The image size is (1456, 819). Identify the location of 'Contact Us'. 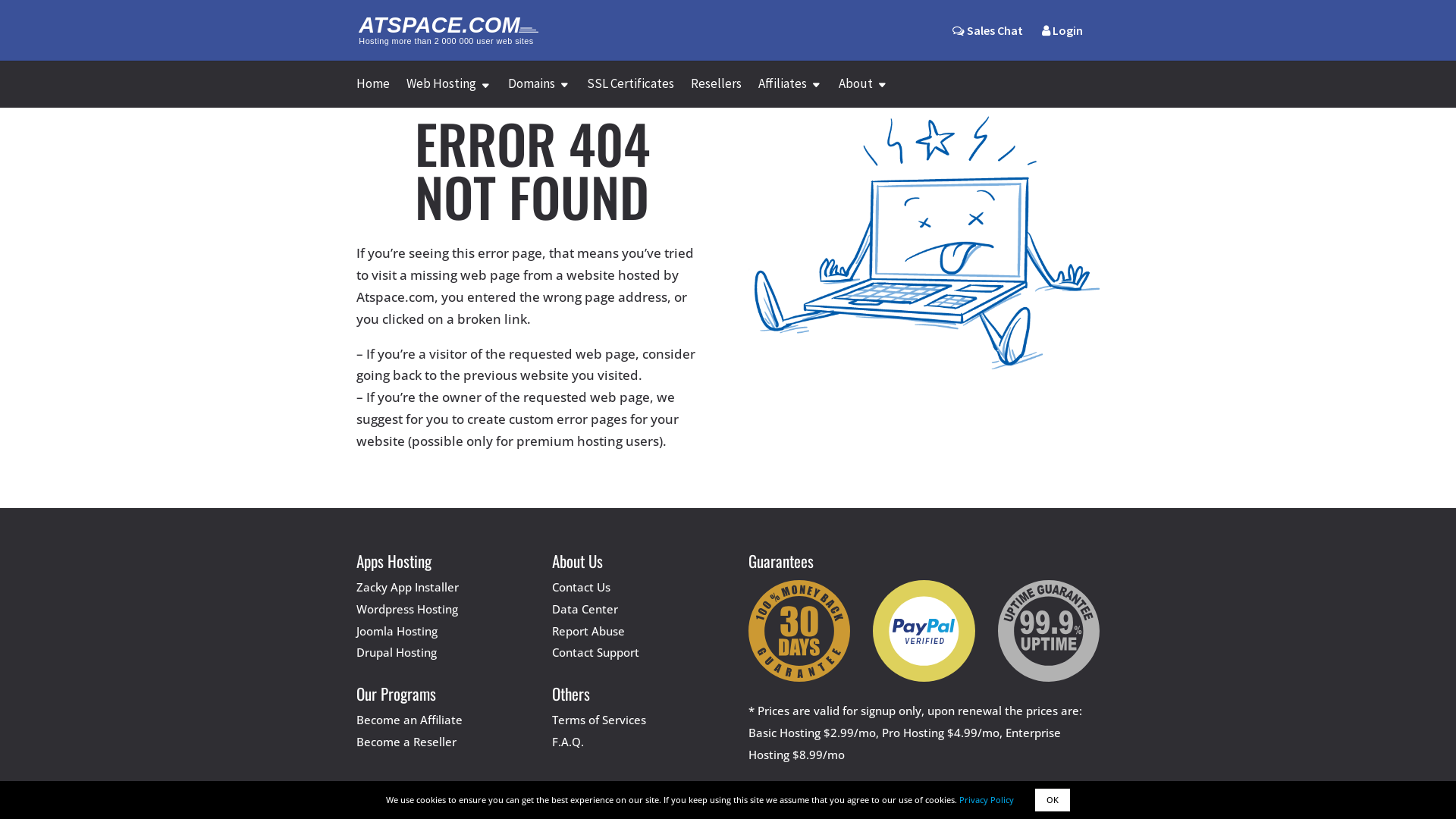
(551, 586).